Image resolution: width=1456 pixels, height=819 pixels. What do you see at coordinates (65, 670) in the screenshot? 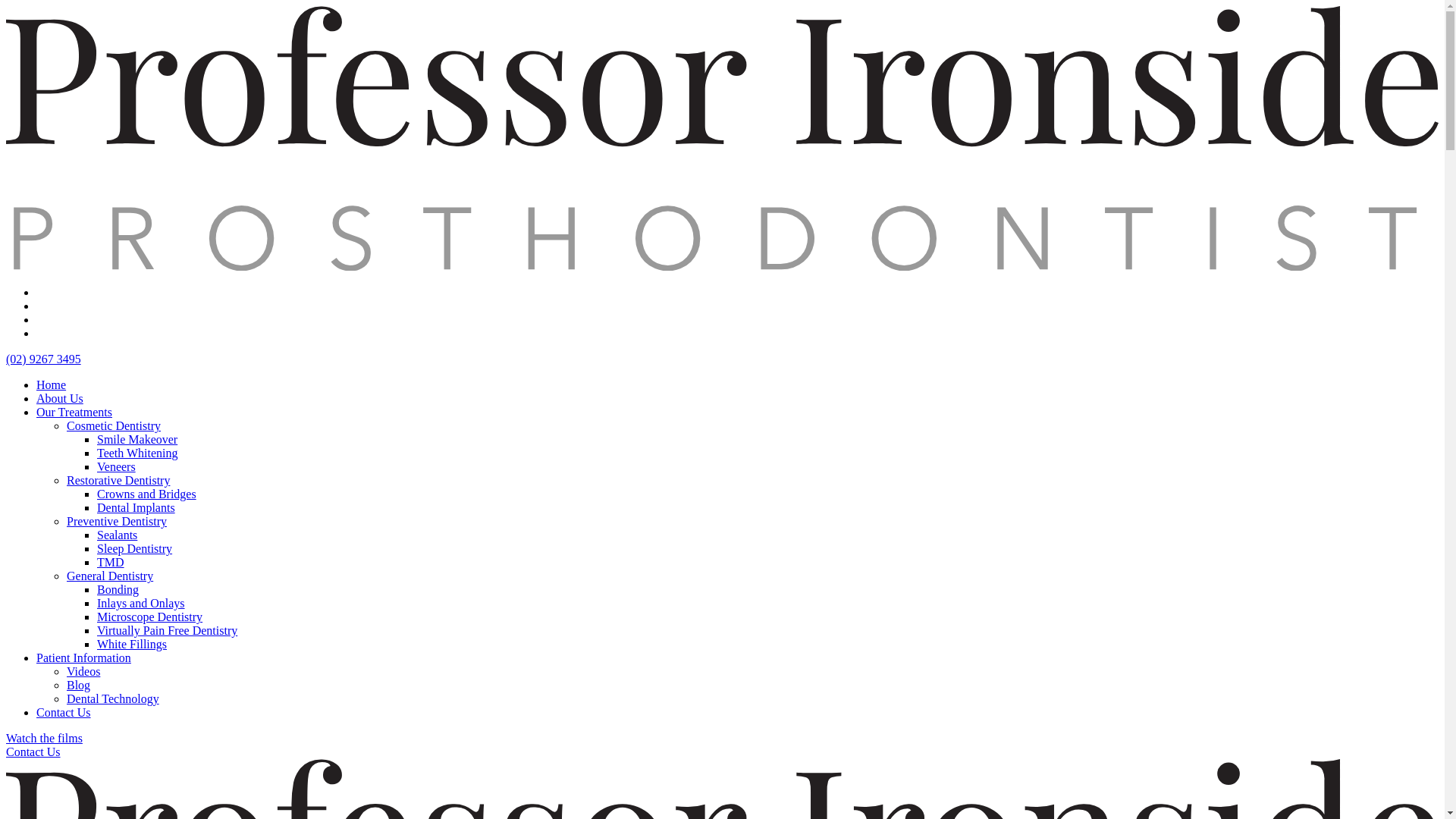
I see `'Videos'` at bounding box center [65, 670].